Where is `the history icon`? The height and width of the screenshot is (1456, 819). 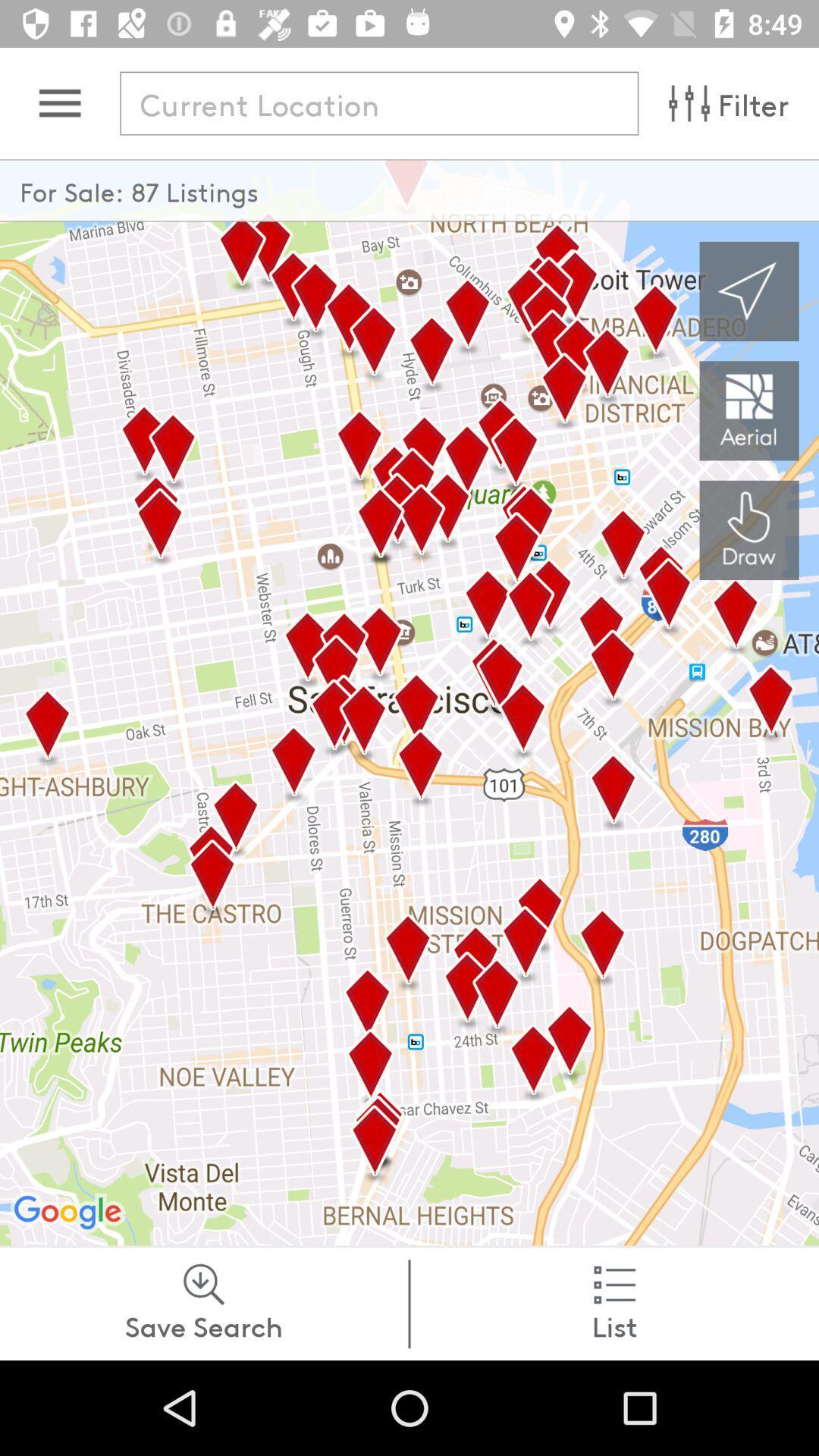 the history icon is located at coordinates (748, 530).